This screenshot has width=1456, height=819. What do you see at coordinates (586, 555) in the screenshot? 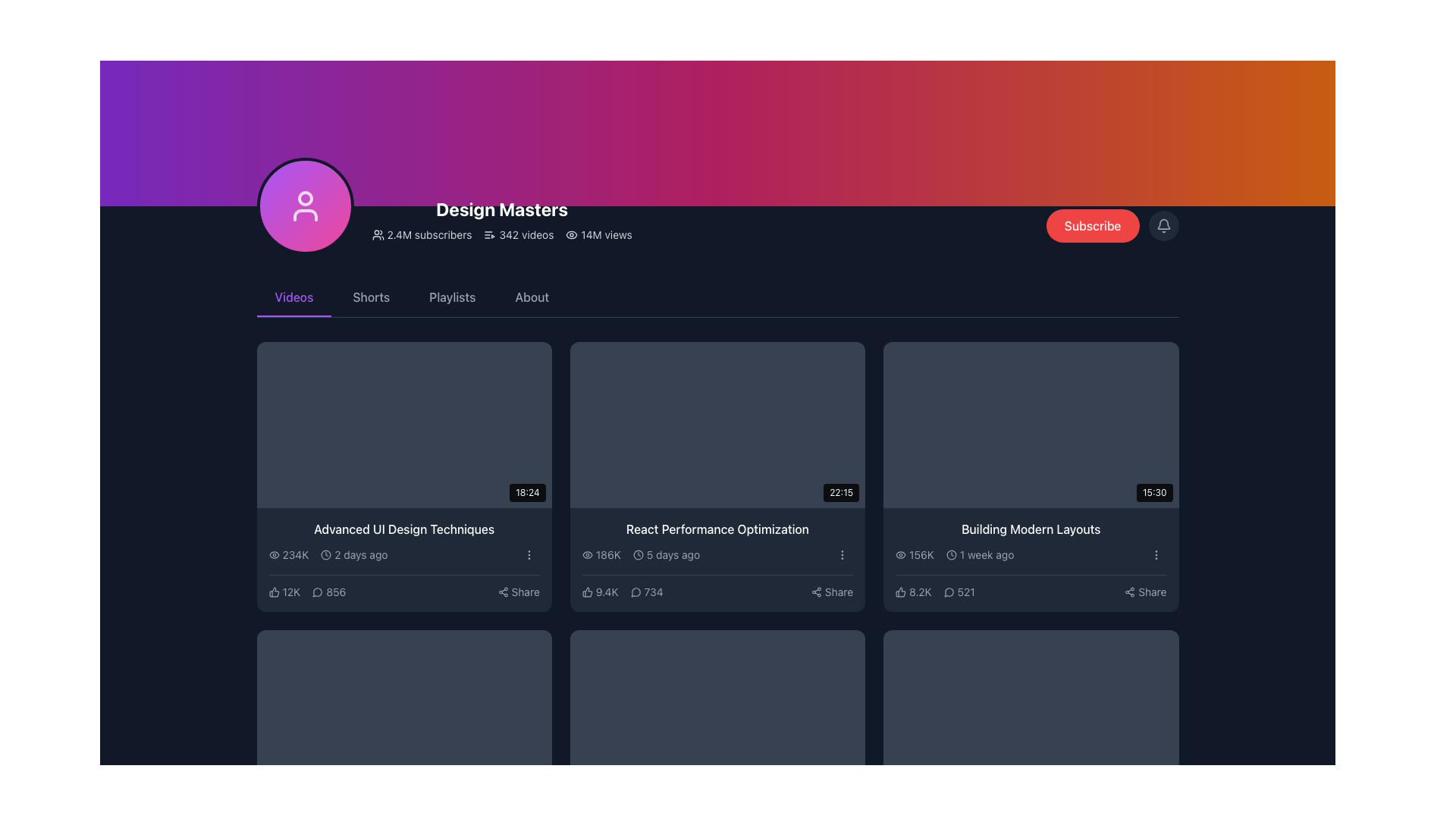
I see `the video views icon located below the title 'React Performance Optimization' in the second video card of the video grid, adjacent to the number '186K'` at bounding box center [586, 555].